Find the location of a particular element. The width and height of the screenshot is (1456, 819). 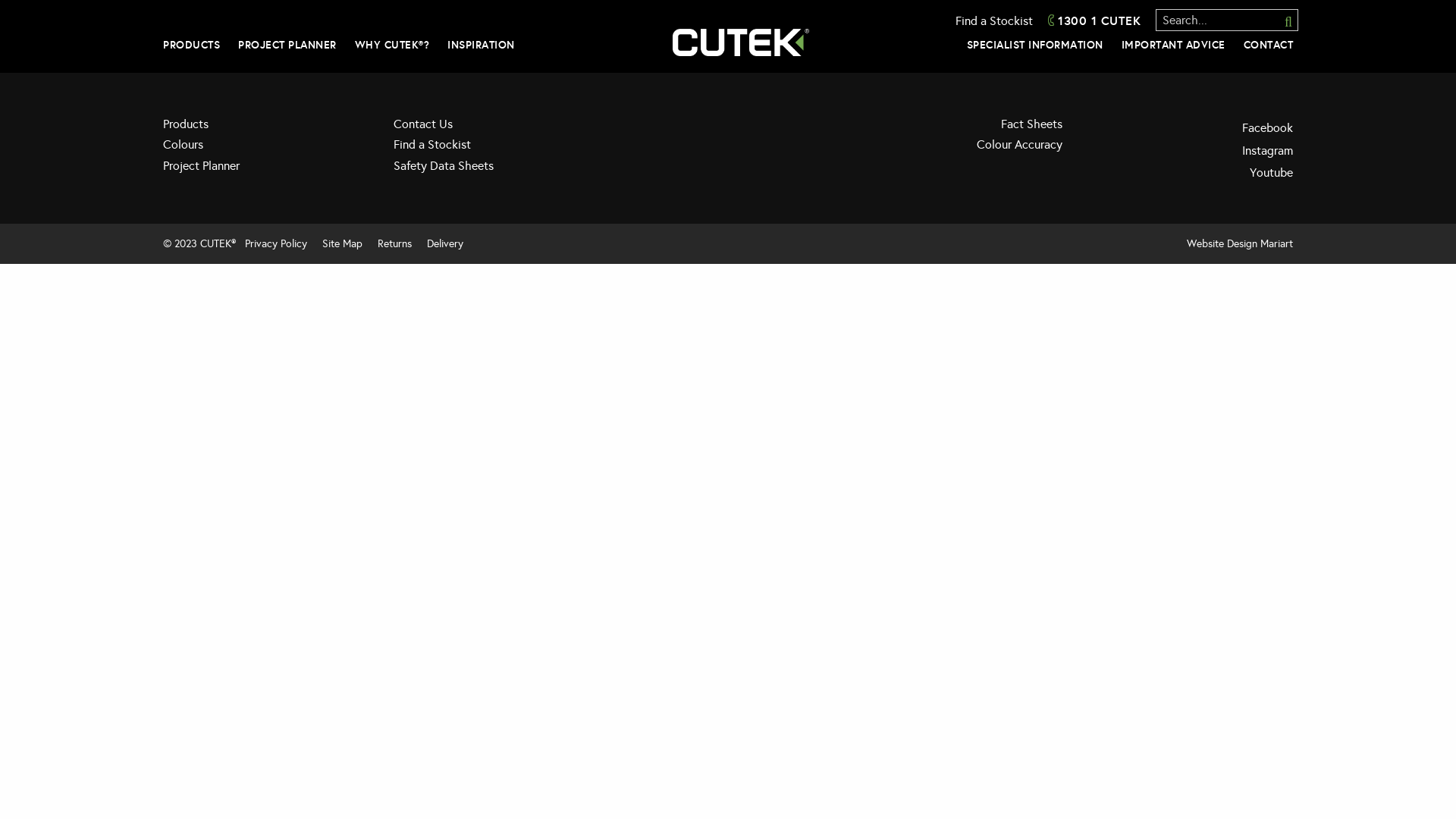

'PROJECT PLANNER' is located at coordinates (287, 43).